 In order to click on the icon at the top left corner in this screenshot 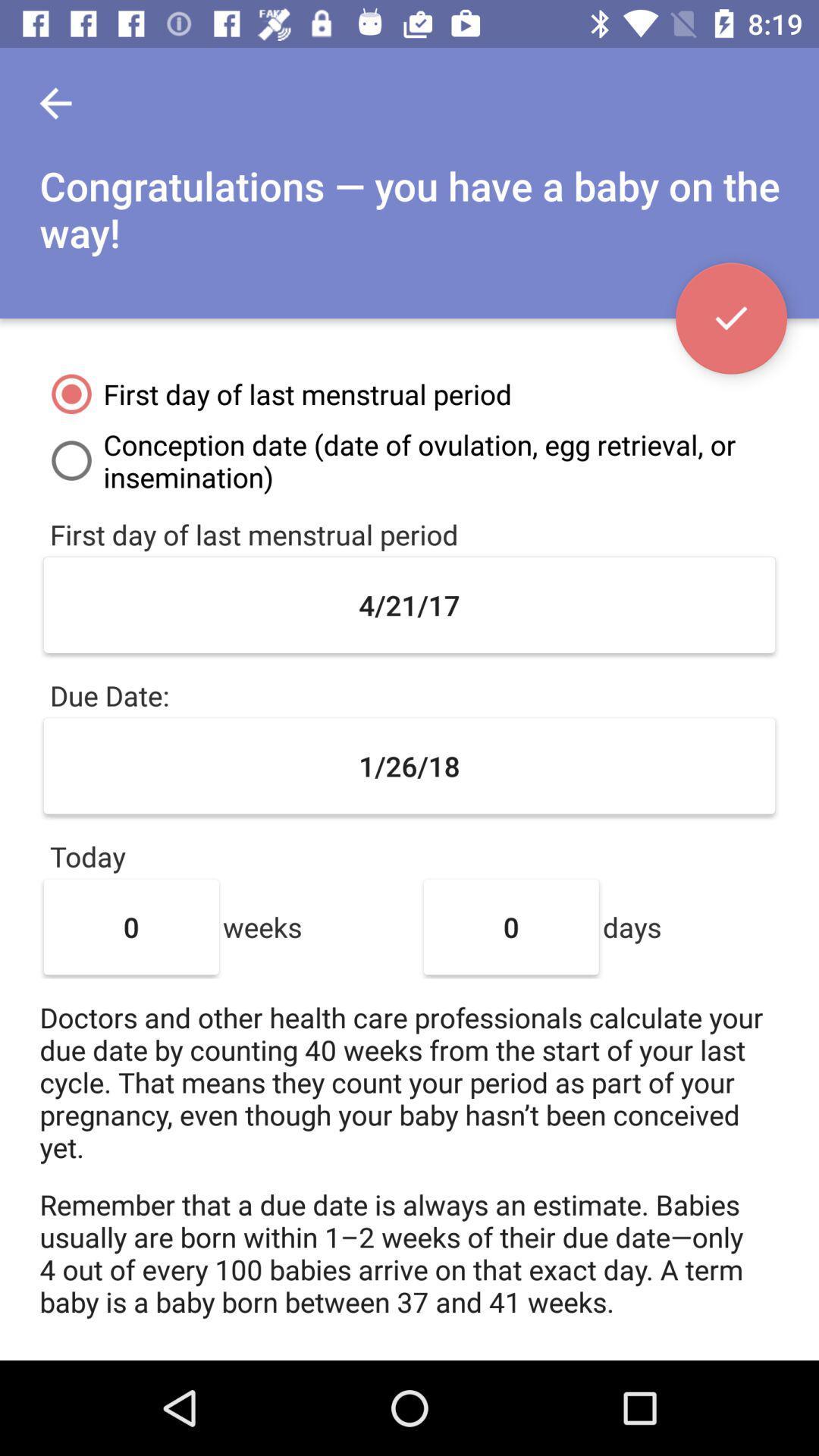, I will do `click(55, 102)`.